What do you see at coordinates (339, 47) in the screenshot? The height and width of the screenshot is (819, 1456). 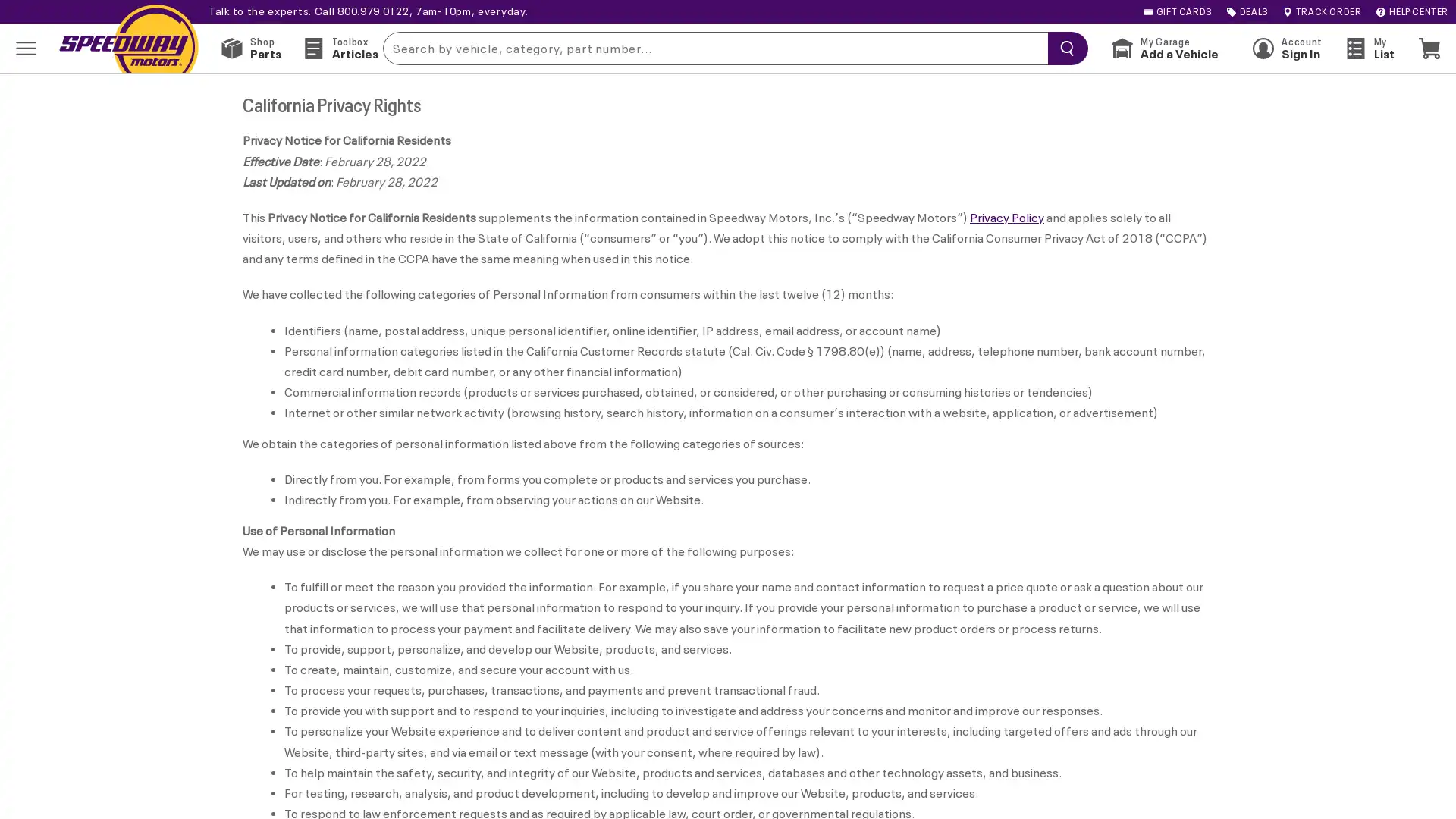 I see `Toolbox Articles` at bounding box center [339, 47].